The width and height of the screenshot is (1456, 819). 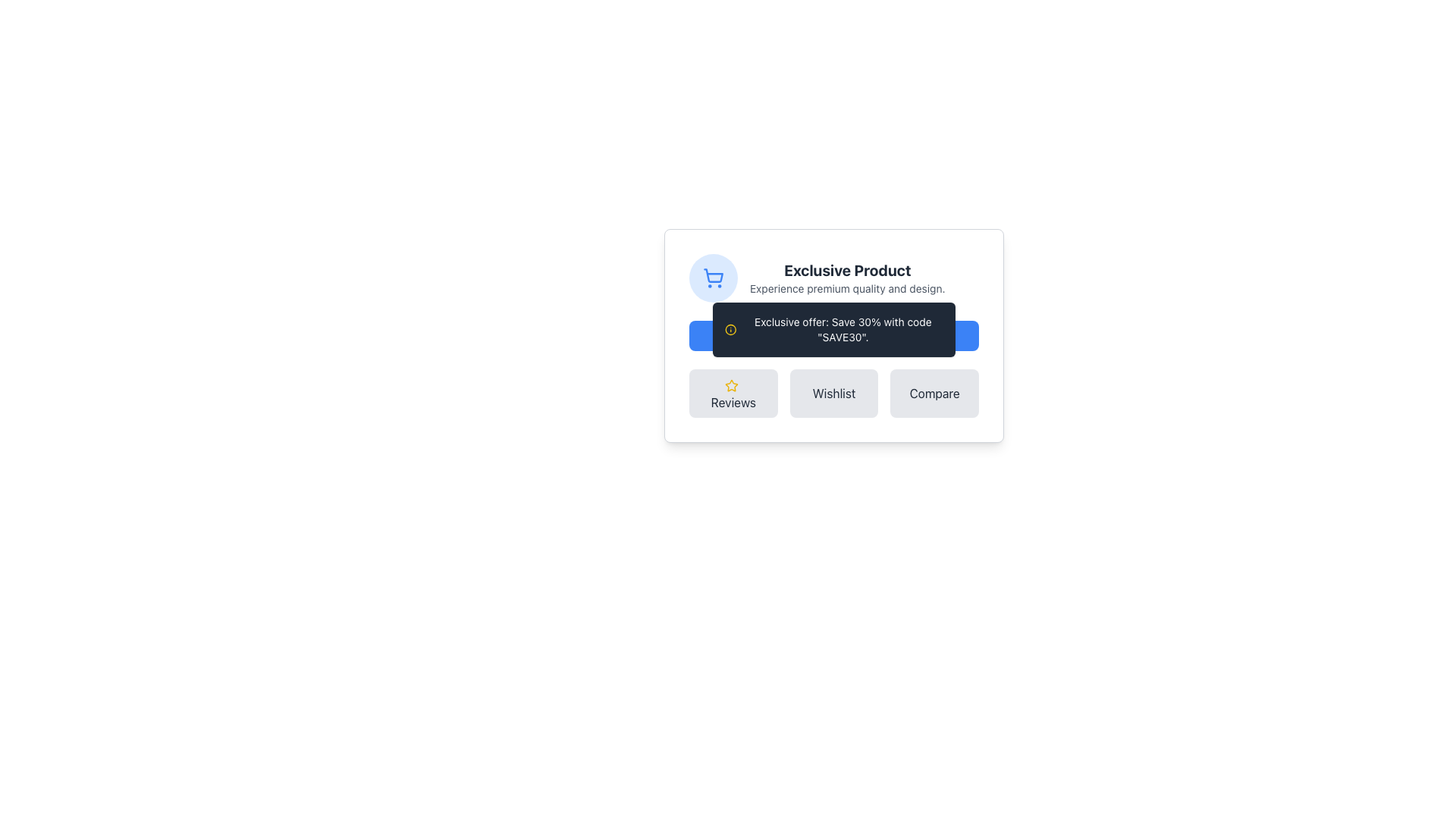 What do you see at coordinates (846, 278) in the screenshot?
I see `text from the title and description text block located above the dark message box labeled 'Exclusive offer: Save 30% with code SAVE30.'` at bounding box center [846, 278].